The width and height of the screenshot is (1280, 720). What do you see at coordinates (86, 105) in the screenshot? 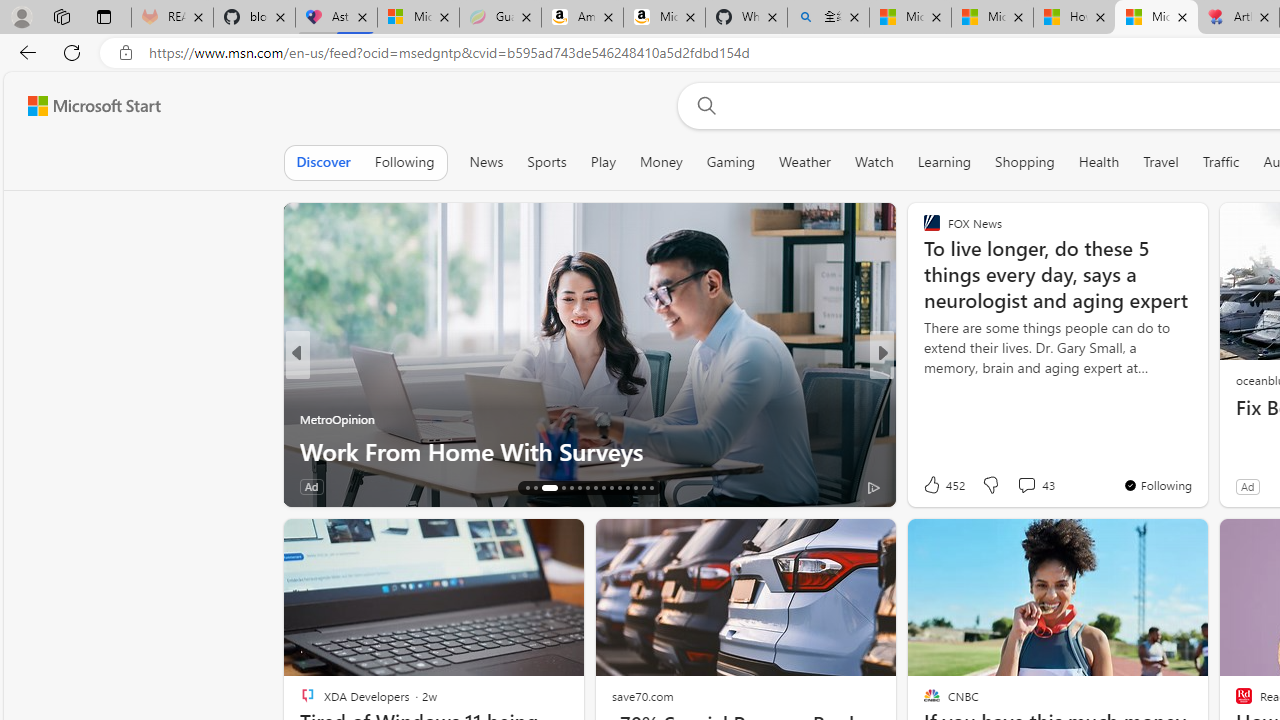
I see `'Skip to content'` at bounding box center [86, 105].